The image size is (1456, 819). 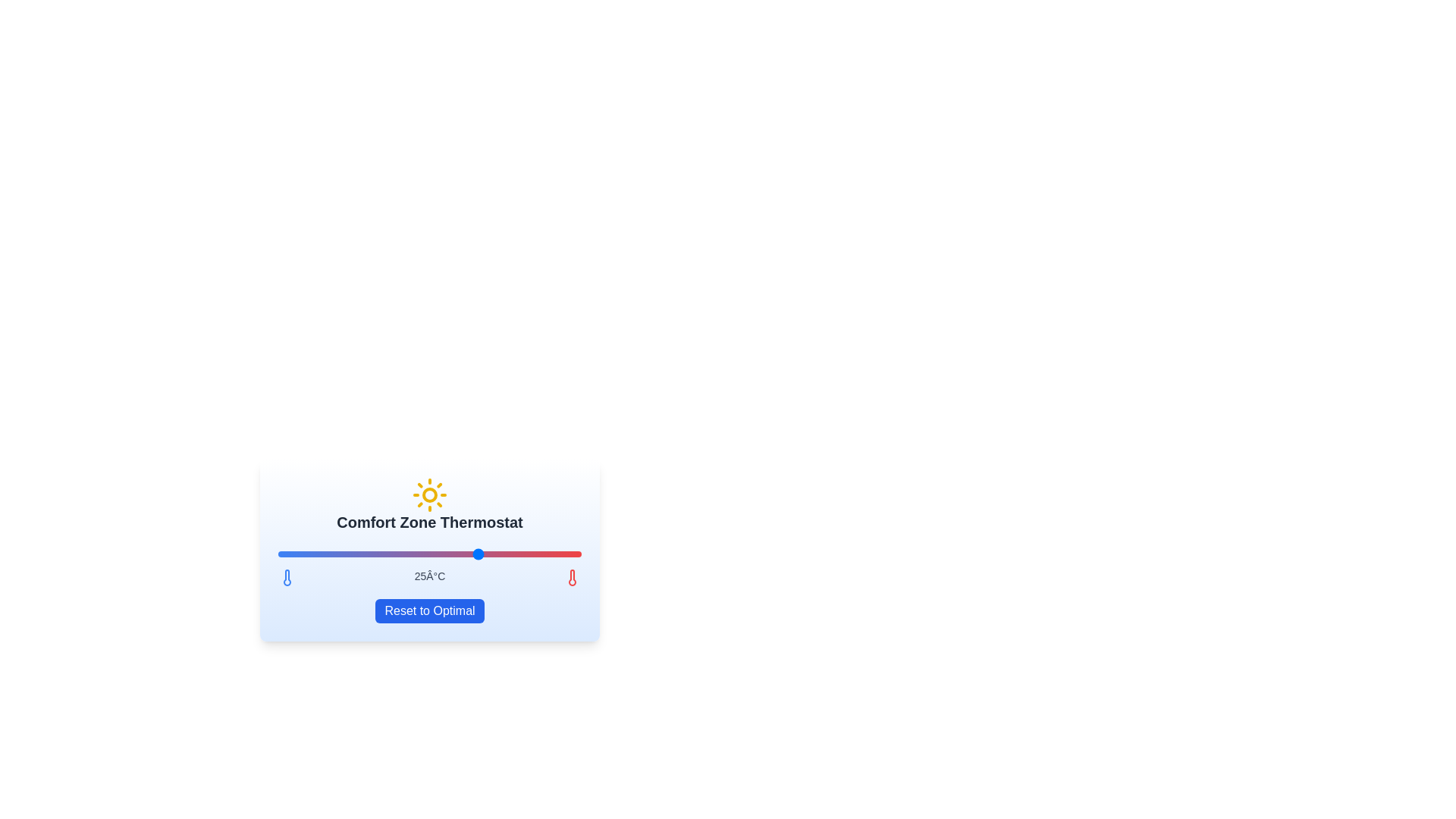 I want to click on the temperature slider to set the temperature to 25°C, so click(x=479, y=554).